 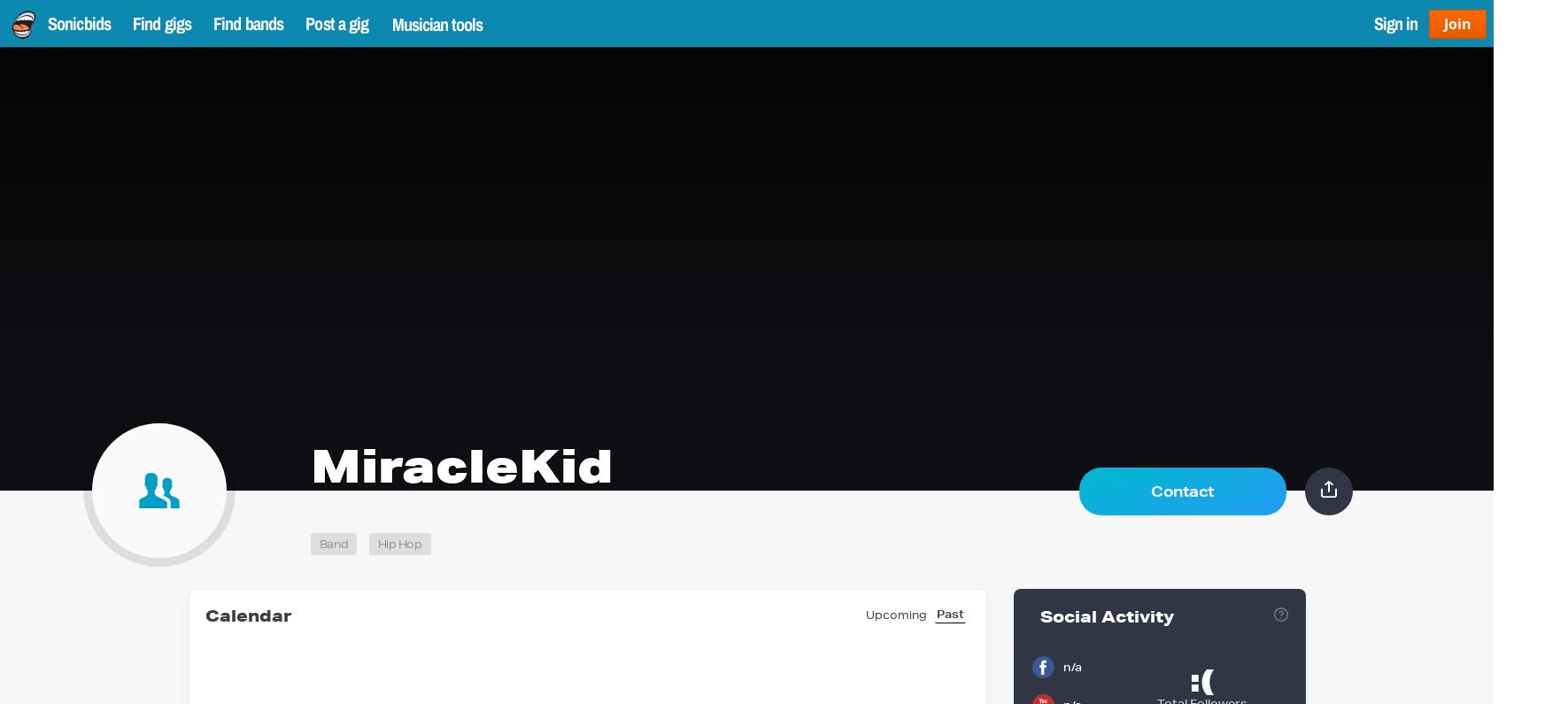 What do you see at coordinates (1442, 21) in the screenshot?
I see `'Join'` at bounding box center [1442, 21].